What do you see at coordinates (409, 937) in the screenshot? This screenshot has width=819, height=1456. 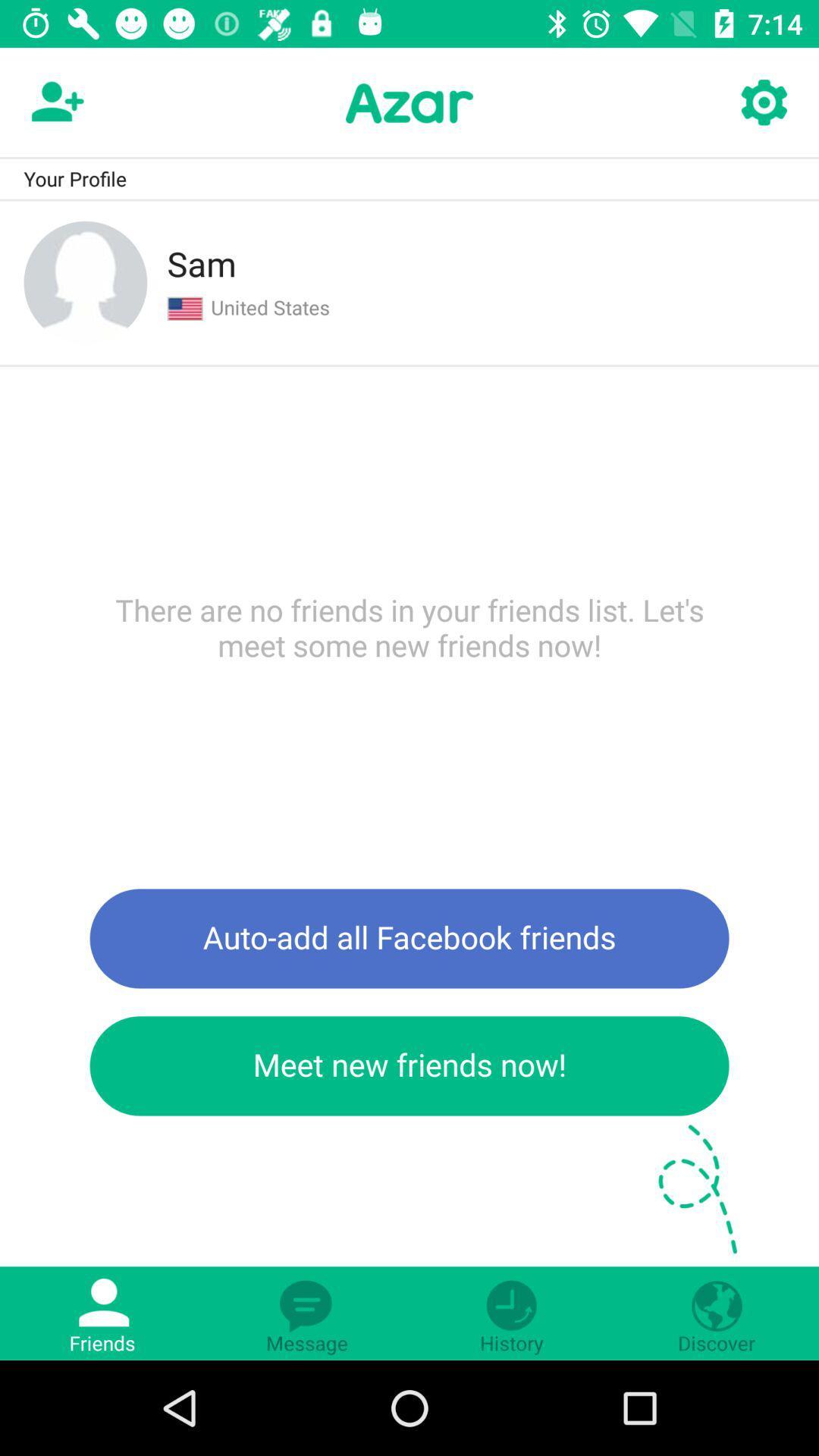 I see `item above the meet new friends item` at bounding box center [409, 937].